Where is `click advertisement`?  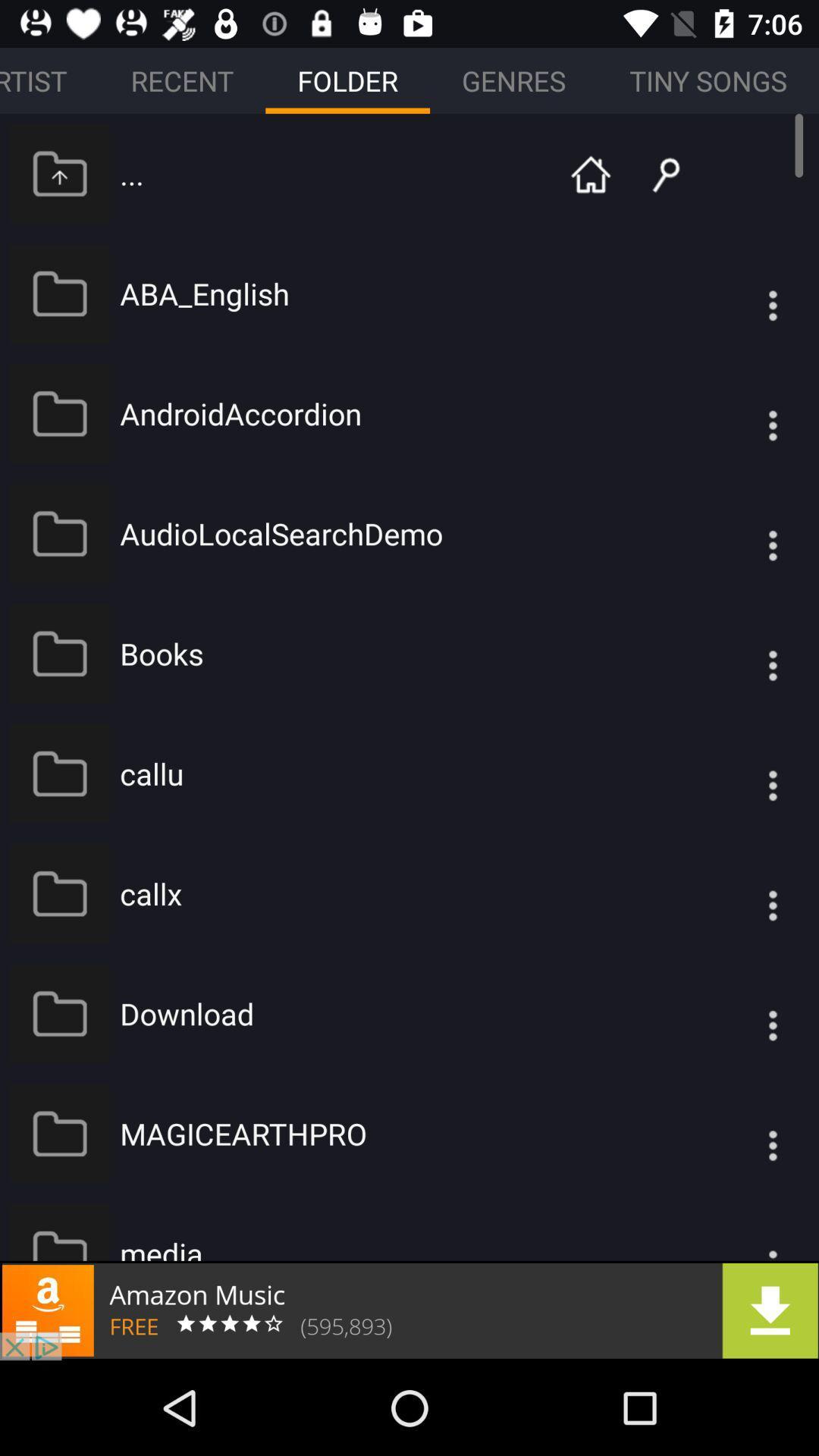
click advertisement is located at coordinates (409, 1310).